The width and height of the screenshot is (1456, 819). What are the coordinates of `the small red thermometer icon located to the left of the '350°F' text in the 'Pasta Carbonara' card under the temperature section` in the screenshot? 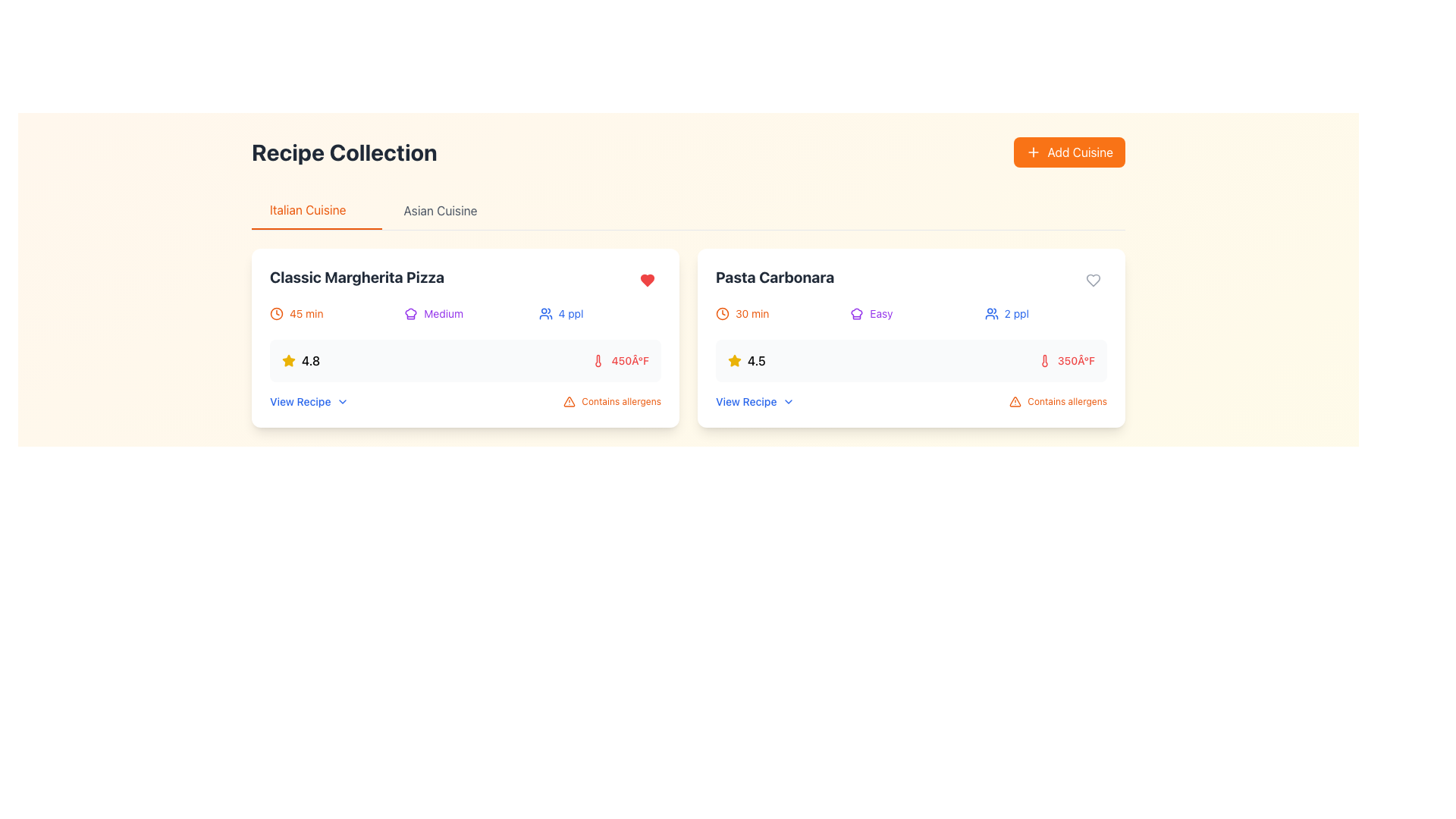 It's located at (1043, 360).